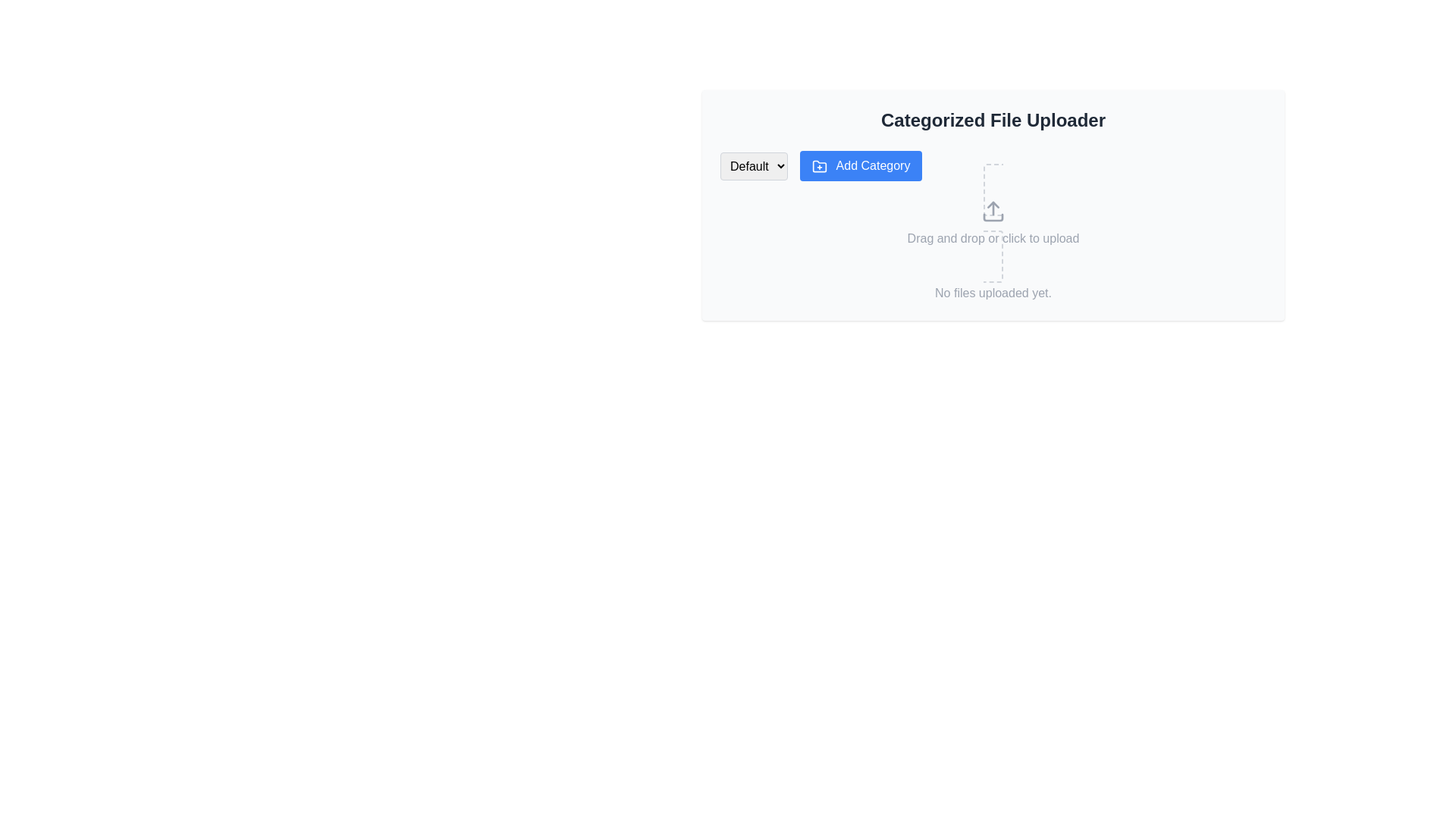  What do you see at coordinates (818, 166) in the screenshot?
I see `the SVG icon within the 'Add Category' button, which is represented as a folder with a plus sign and has a blue background` at bounding box center [818, 166].